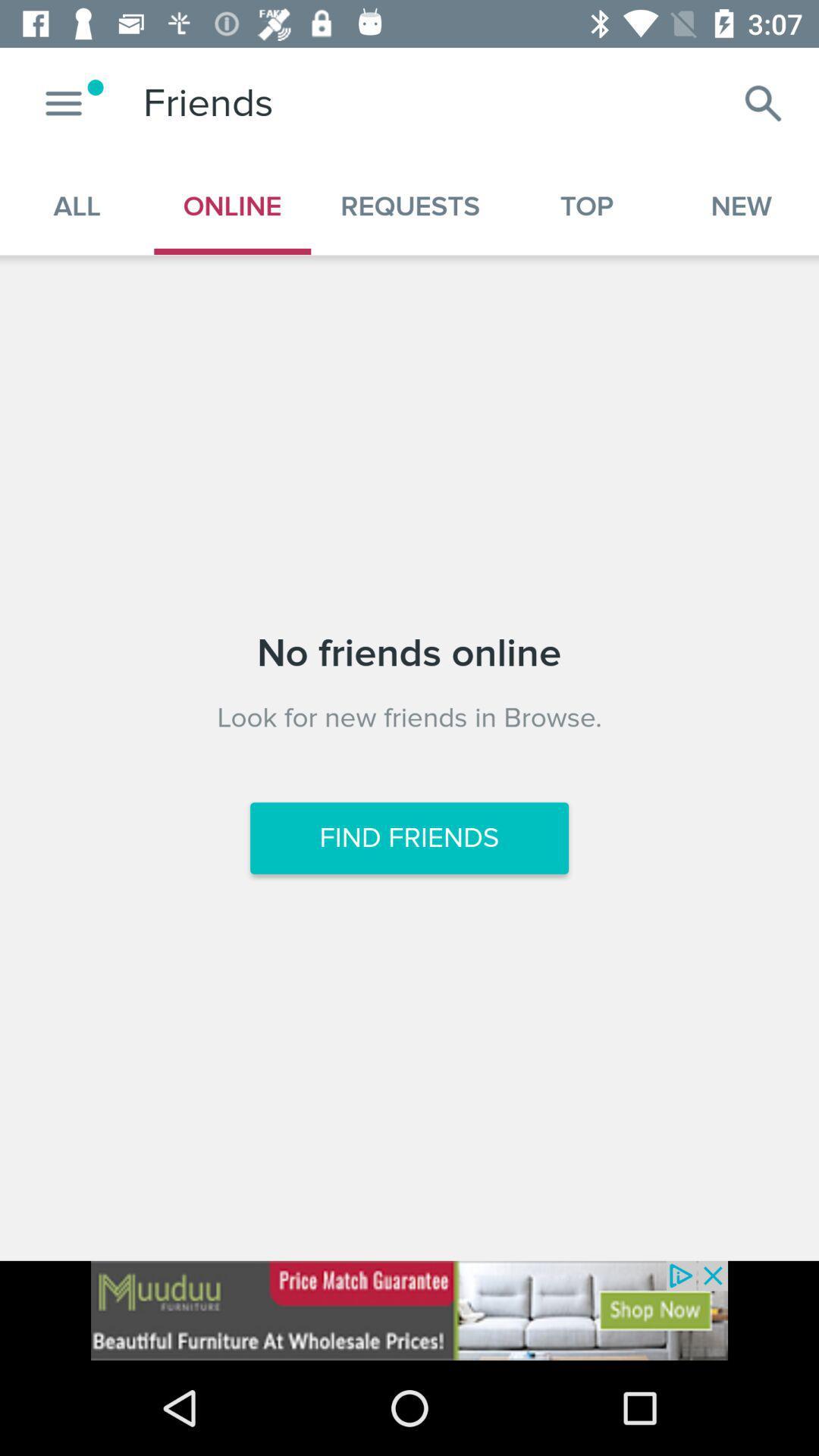  Describe the element at coordinates (409, 1310) in the screenshot. I see `advertisement` at that location.